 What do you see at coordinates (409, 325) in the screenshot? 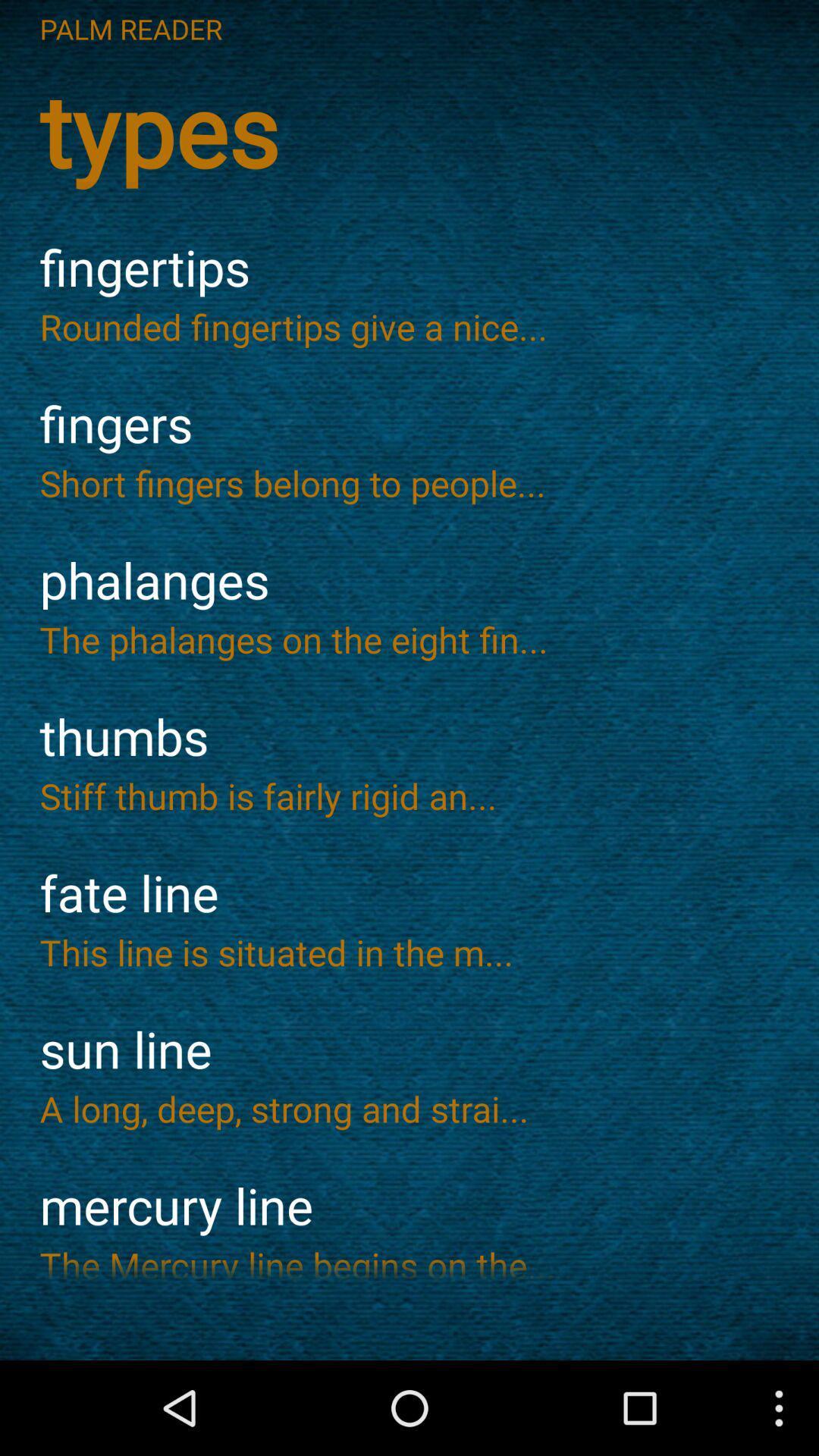
I see `icon below fingertips` at bounding box center [409, 325].